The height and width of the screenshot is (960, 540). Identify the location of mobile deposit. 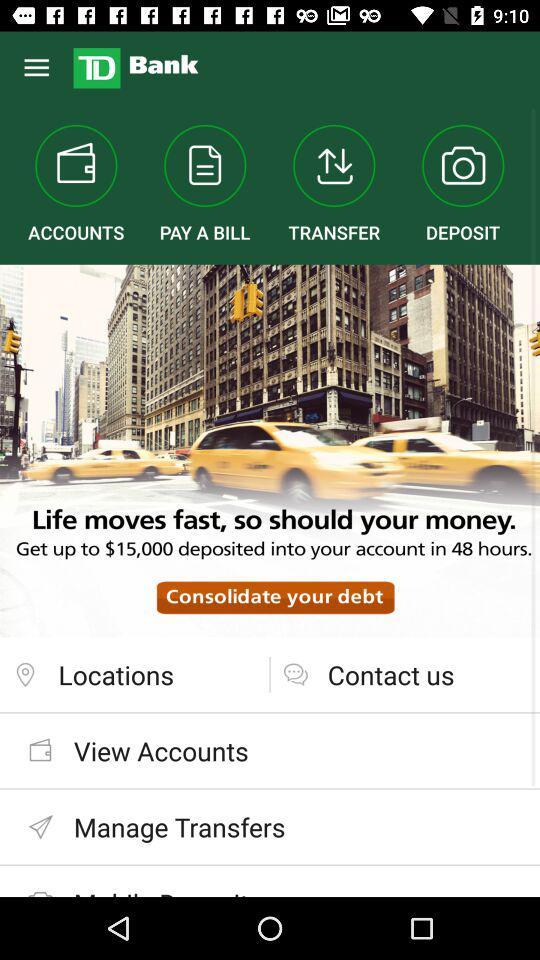
(270, 880).